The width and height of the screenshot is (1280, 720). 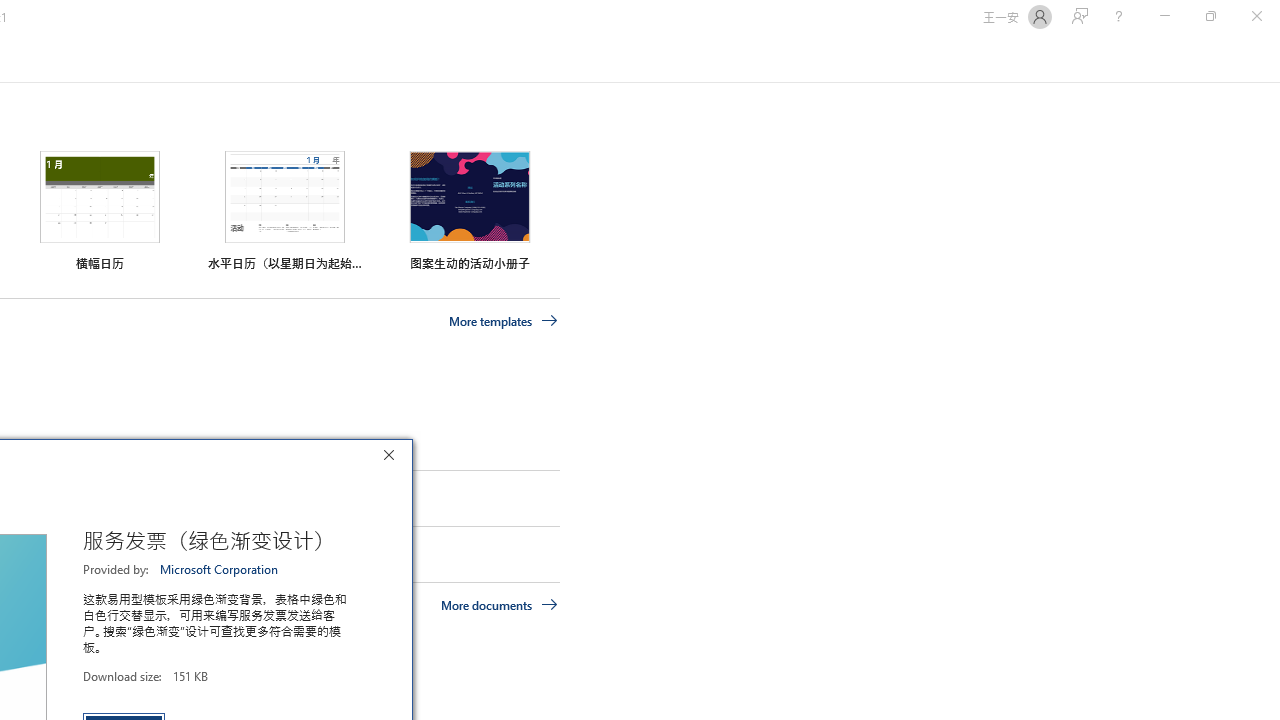 I want to click on 'Microsoft Corporation', so click(x=220, y=569).